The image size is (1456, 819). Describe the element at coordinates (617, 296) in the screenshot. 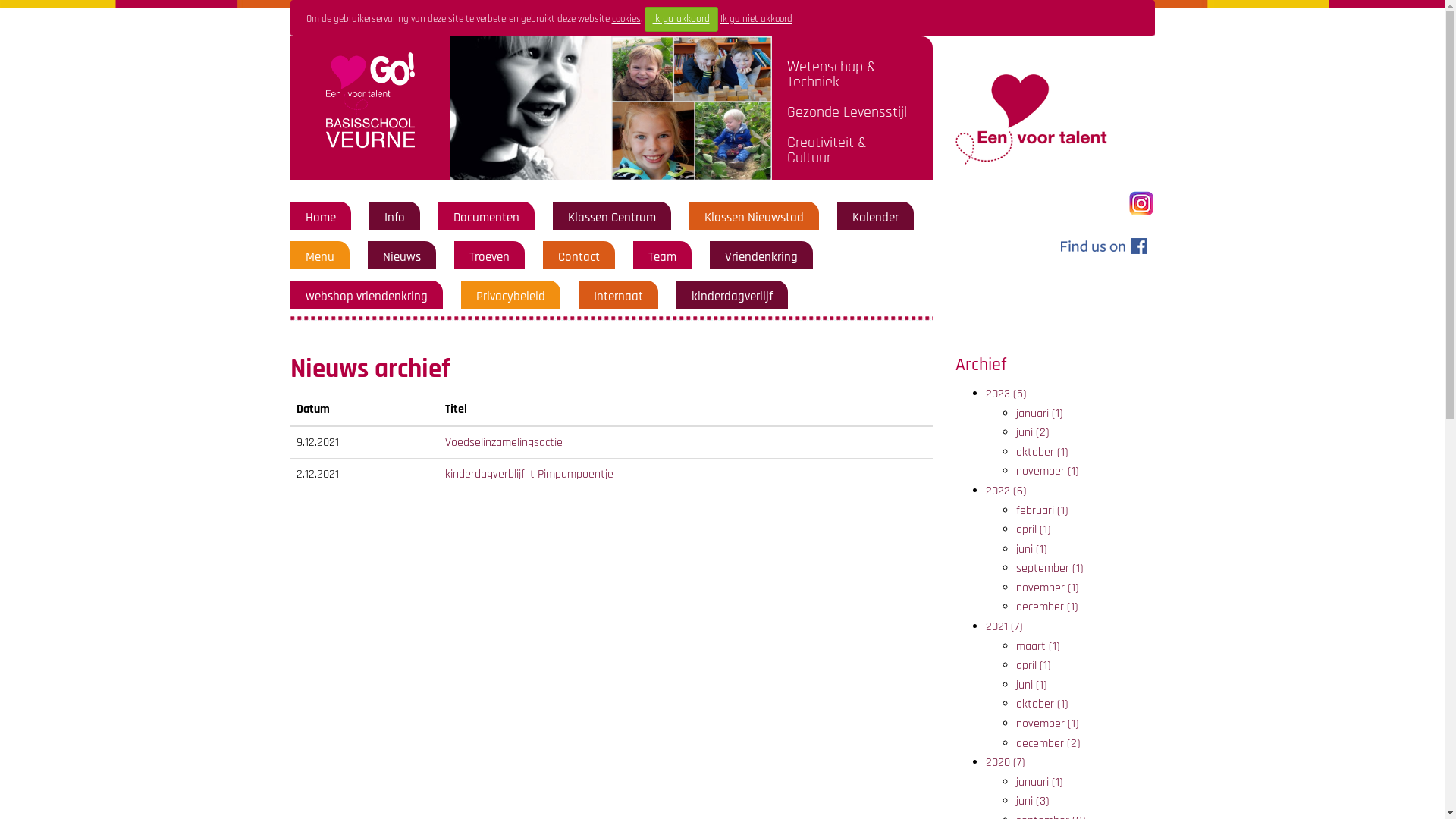

I see `'Internaat'` at that location.